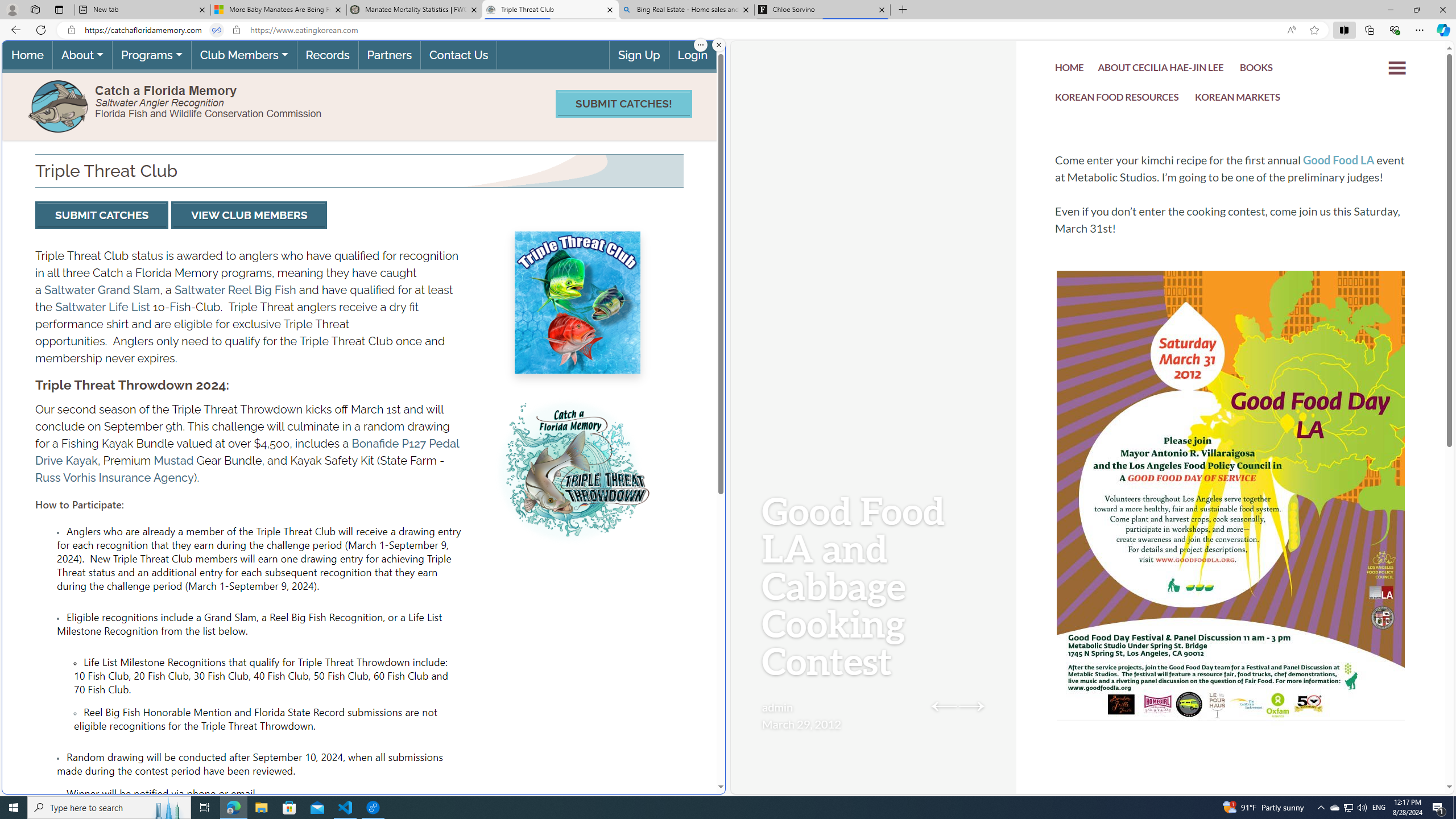 The image size is (1456, 819). What do you see at coordinates (1161, 69) in the screenshot?
I see `'ABOUT CECILIA HAE-JIN LEE'` at bounding box center [1161, 69].